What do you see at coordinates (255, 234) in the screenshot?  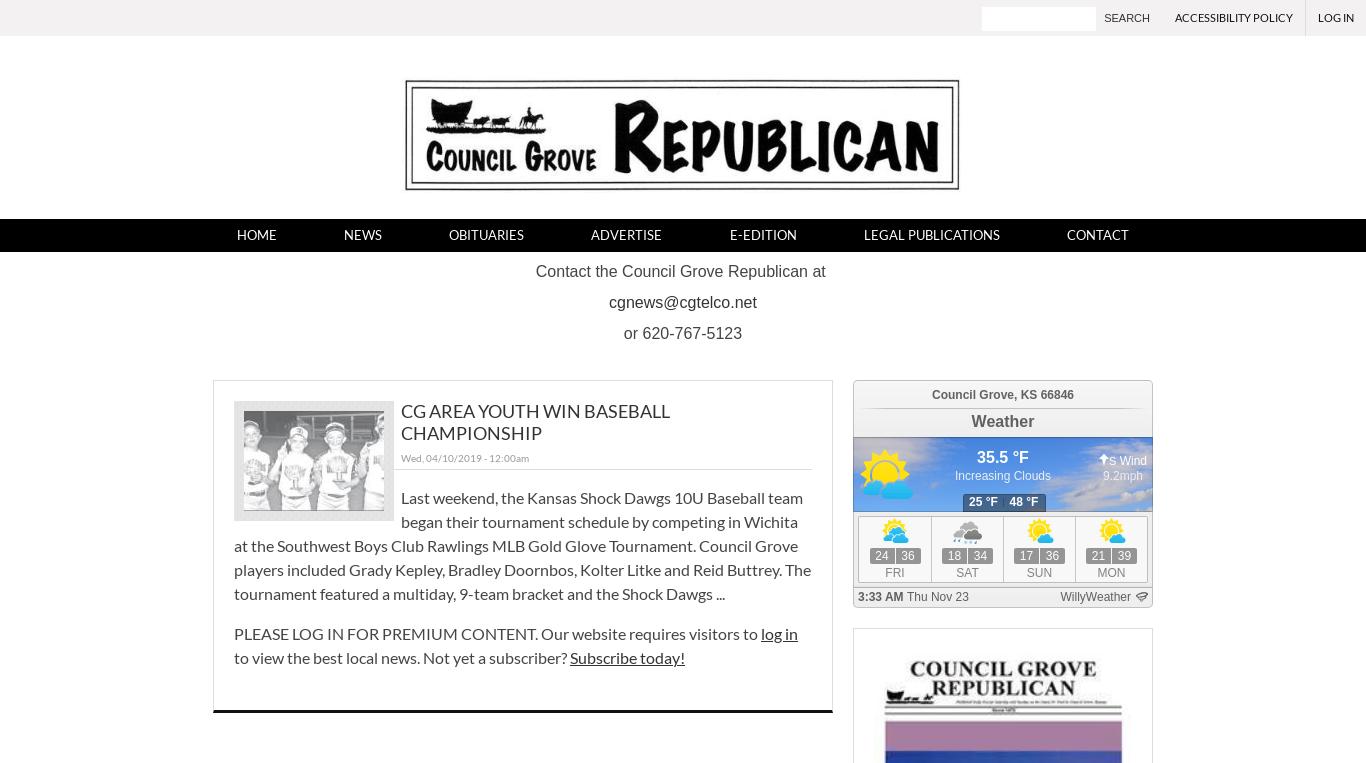 I see `'Home'` at bounding box center [255, 234].